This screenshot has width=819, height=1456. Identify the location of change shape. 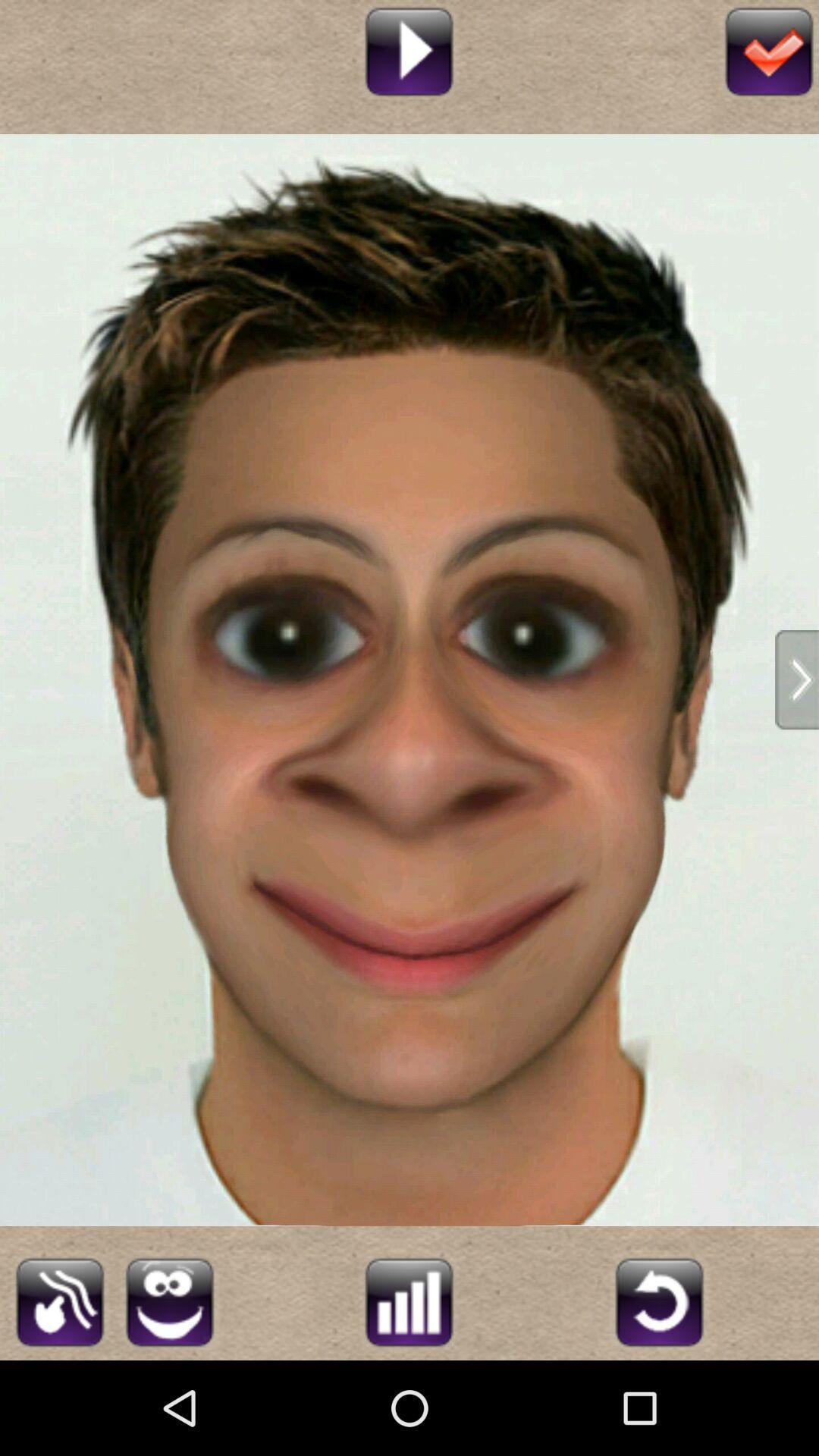
(59, 1299).